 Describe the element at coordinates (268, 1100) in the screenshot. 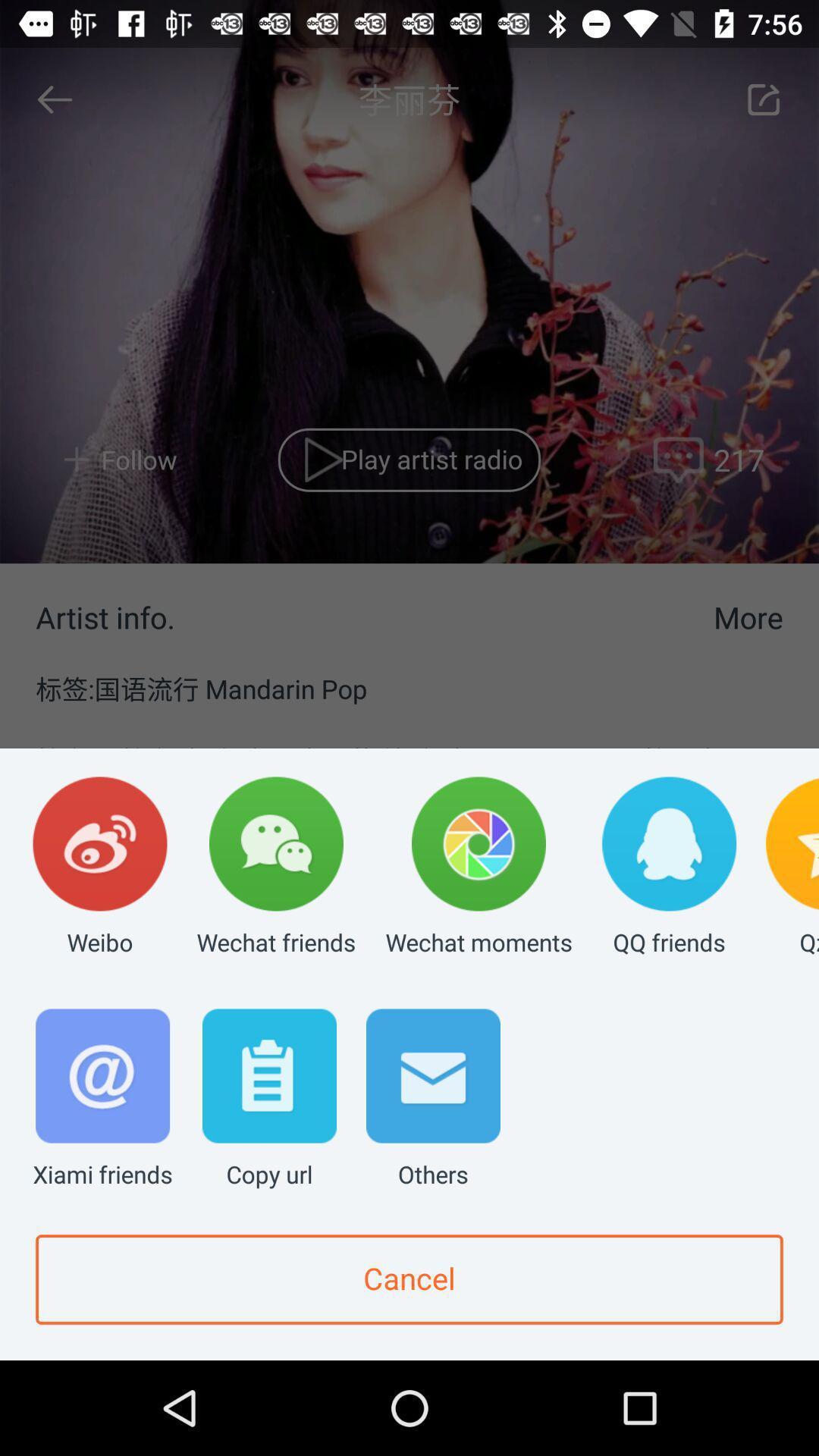

I see `the item above the cancel icon` at that location.